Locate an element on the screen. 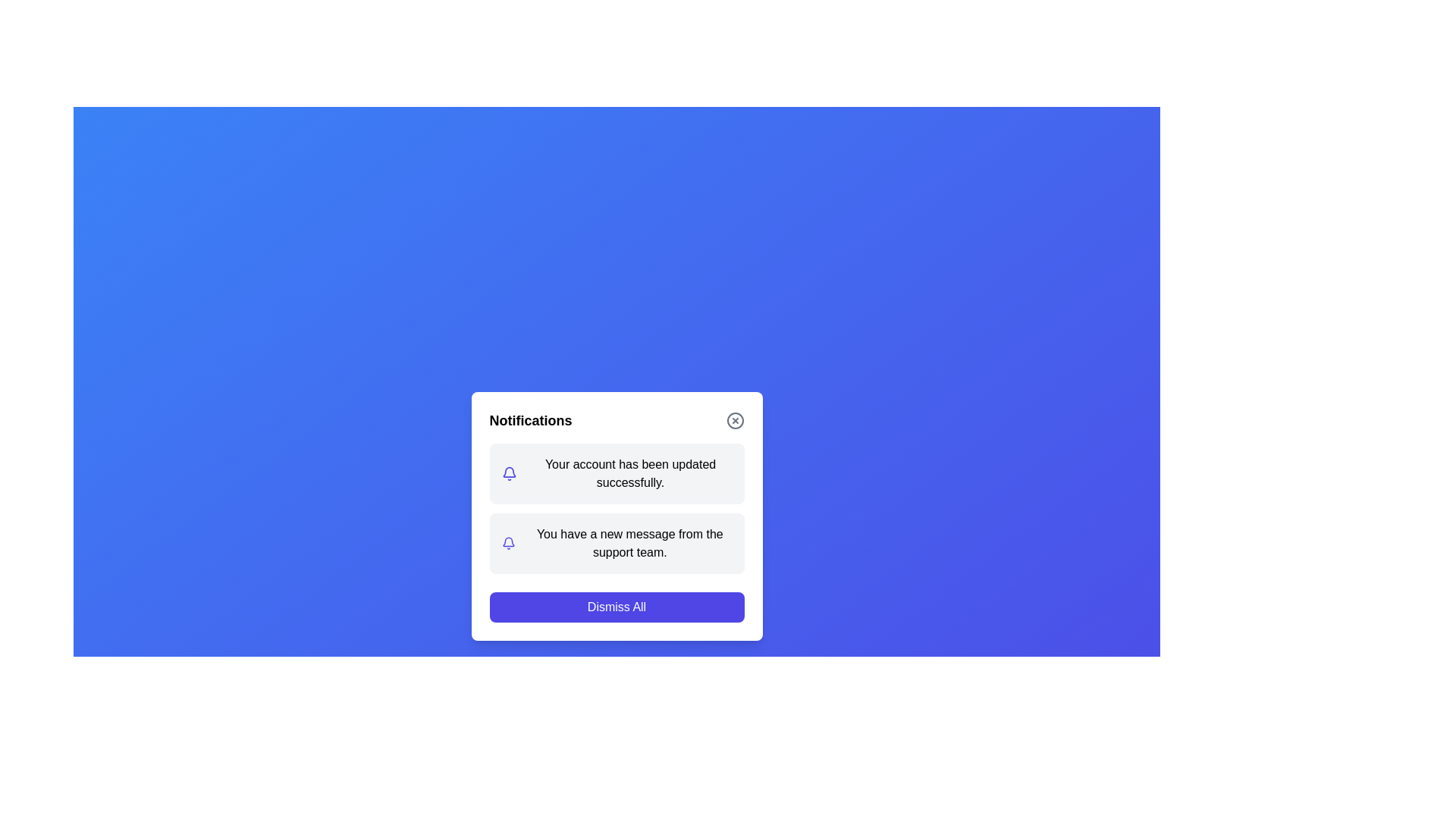 This screenshot has height=819, width=1456. static text message stating 'You have a new message from the support team.' that is aligned to the right of the bell icon within the notifications card is located at coordinates (629, 543).